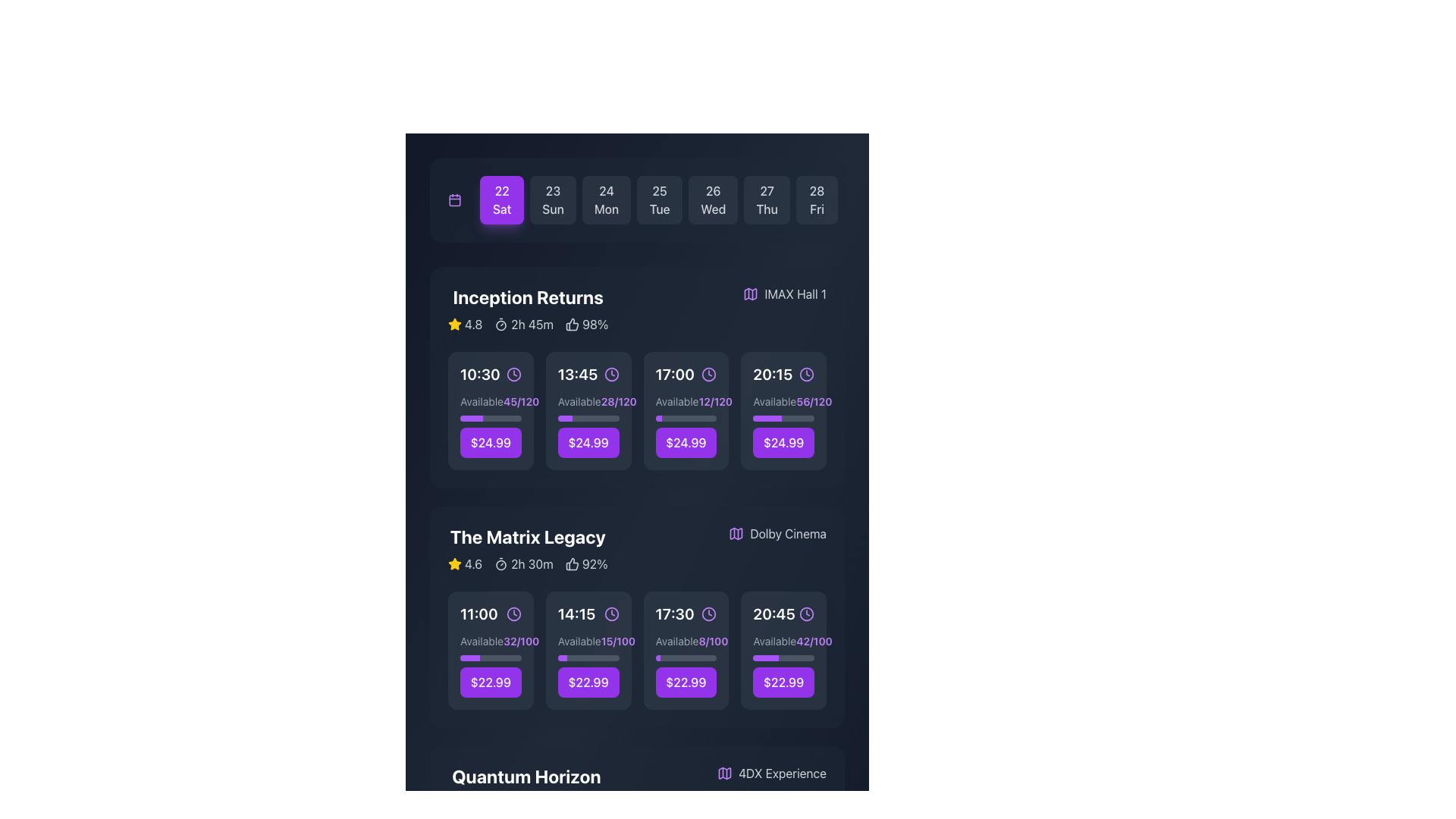 The image size is (1456, 819). Describe the element at coordinates (478, 614) in the screenshot. I see `time displayed in the text element that shows '11:00' in bold white text on a dark background, located in the second row of movie showtimes under 'The Matrix Legacy'` at that location.